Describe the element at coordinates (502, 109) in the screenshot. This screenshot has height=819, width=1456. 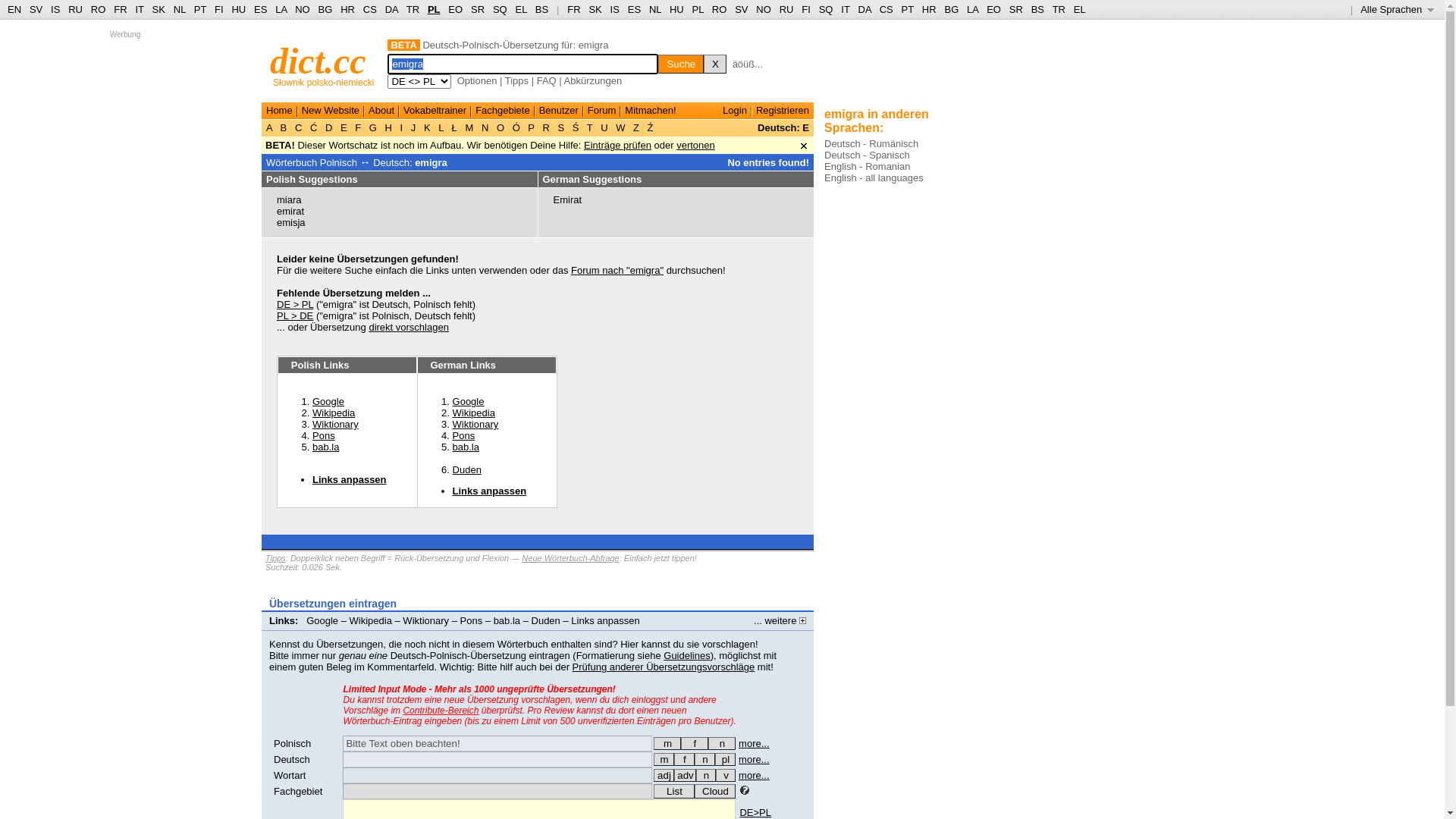
I see `'Fachgebiete'` at that location.